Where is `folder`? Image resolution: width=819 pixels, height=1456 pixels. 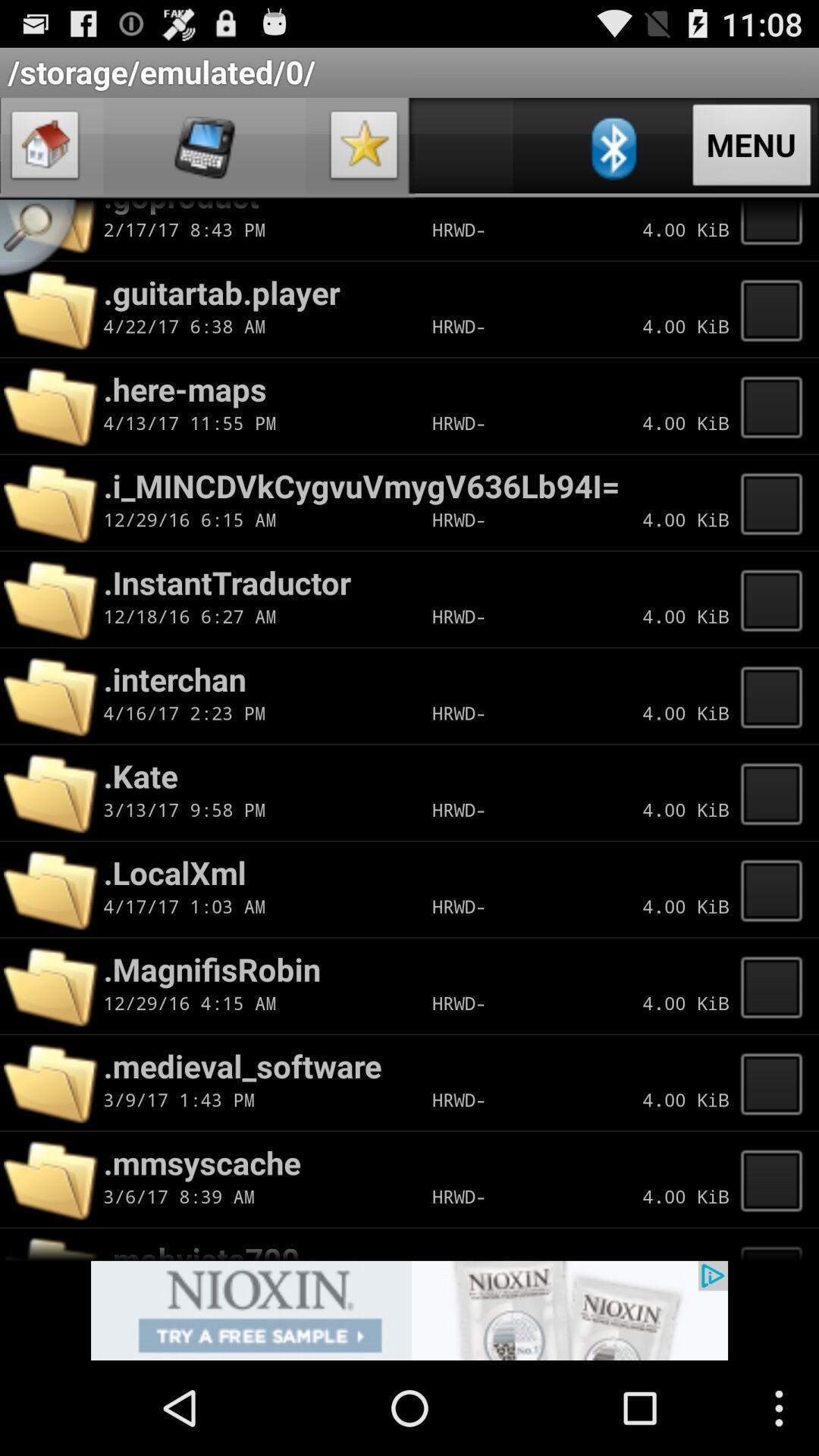
folder is located at coordinates (776, 598).